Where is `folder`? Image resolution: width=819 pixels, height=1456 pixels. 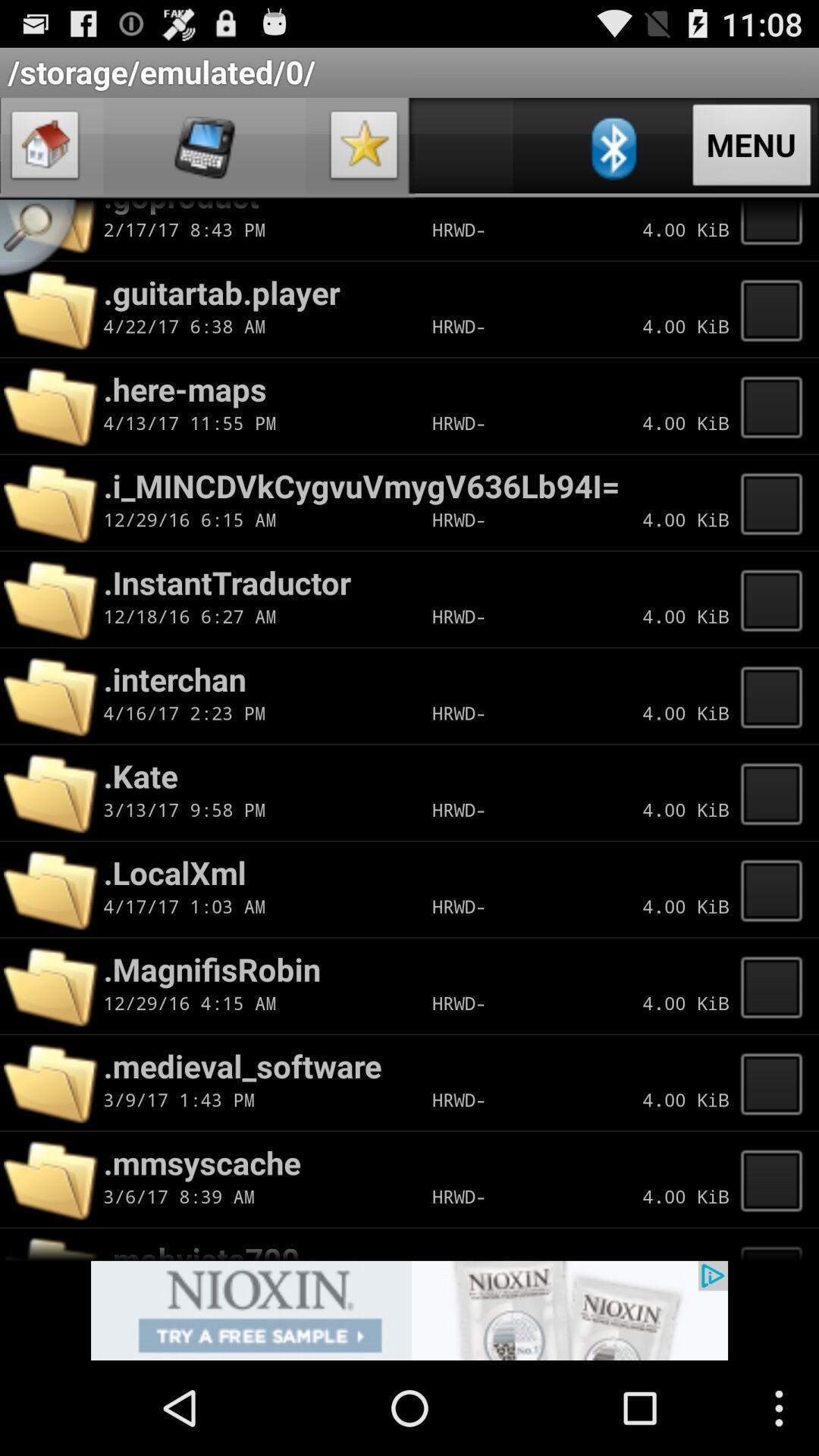
folder is located at coordinates (776, 598).